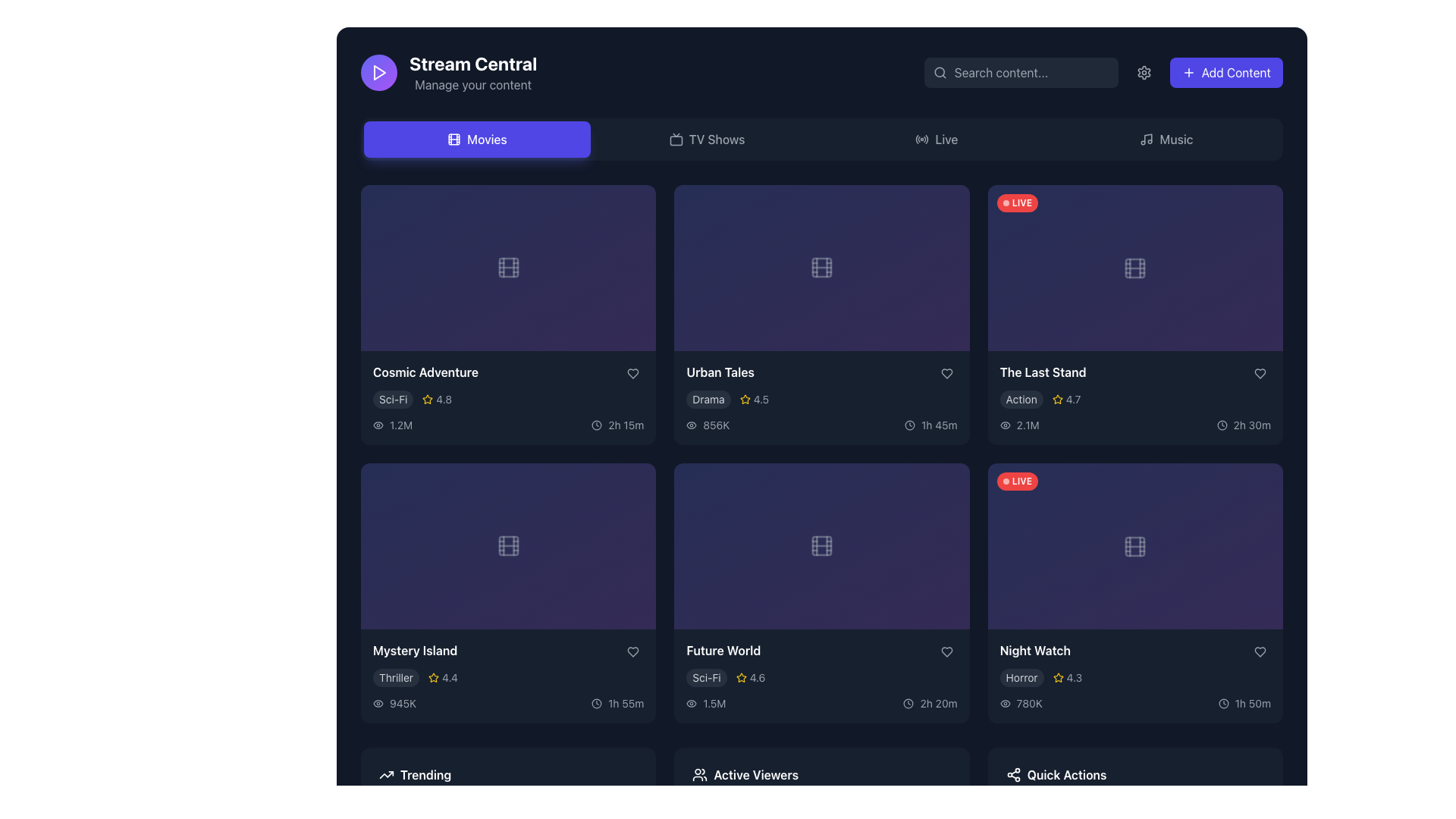 This screenshot has height=819, width=1456. What do you see at coordinates (1057, 676) in the screenshot?
I see `the yellow star icon indicating a rating next to the text '4.3' for the movie 'Night Watch'` at bounding box center [1057, 676].